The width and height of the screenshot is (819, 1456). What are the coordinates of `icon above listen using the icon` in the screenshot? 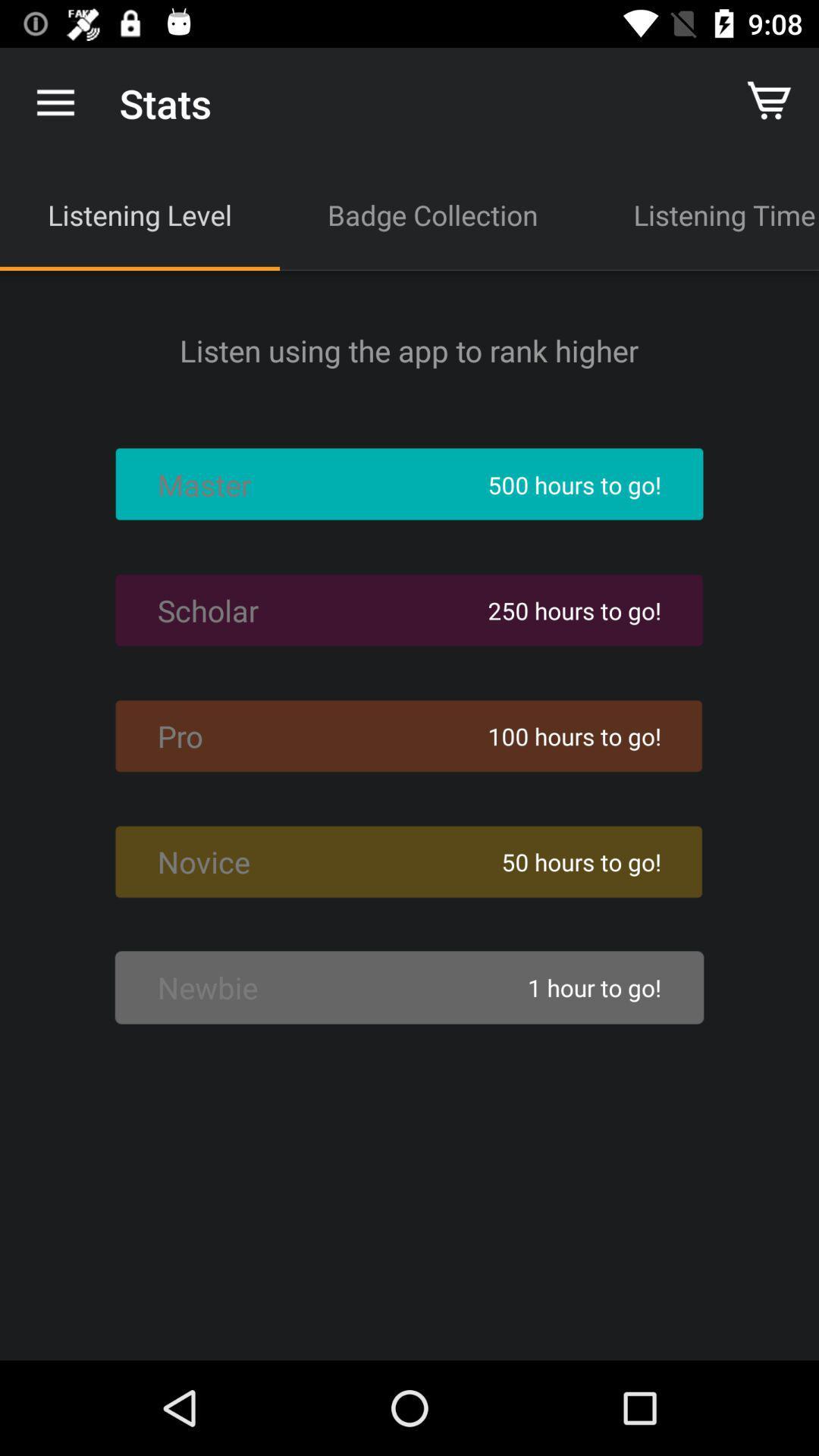 It's located at (140, 214).